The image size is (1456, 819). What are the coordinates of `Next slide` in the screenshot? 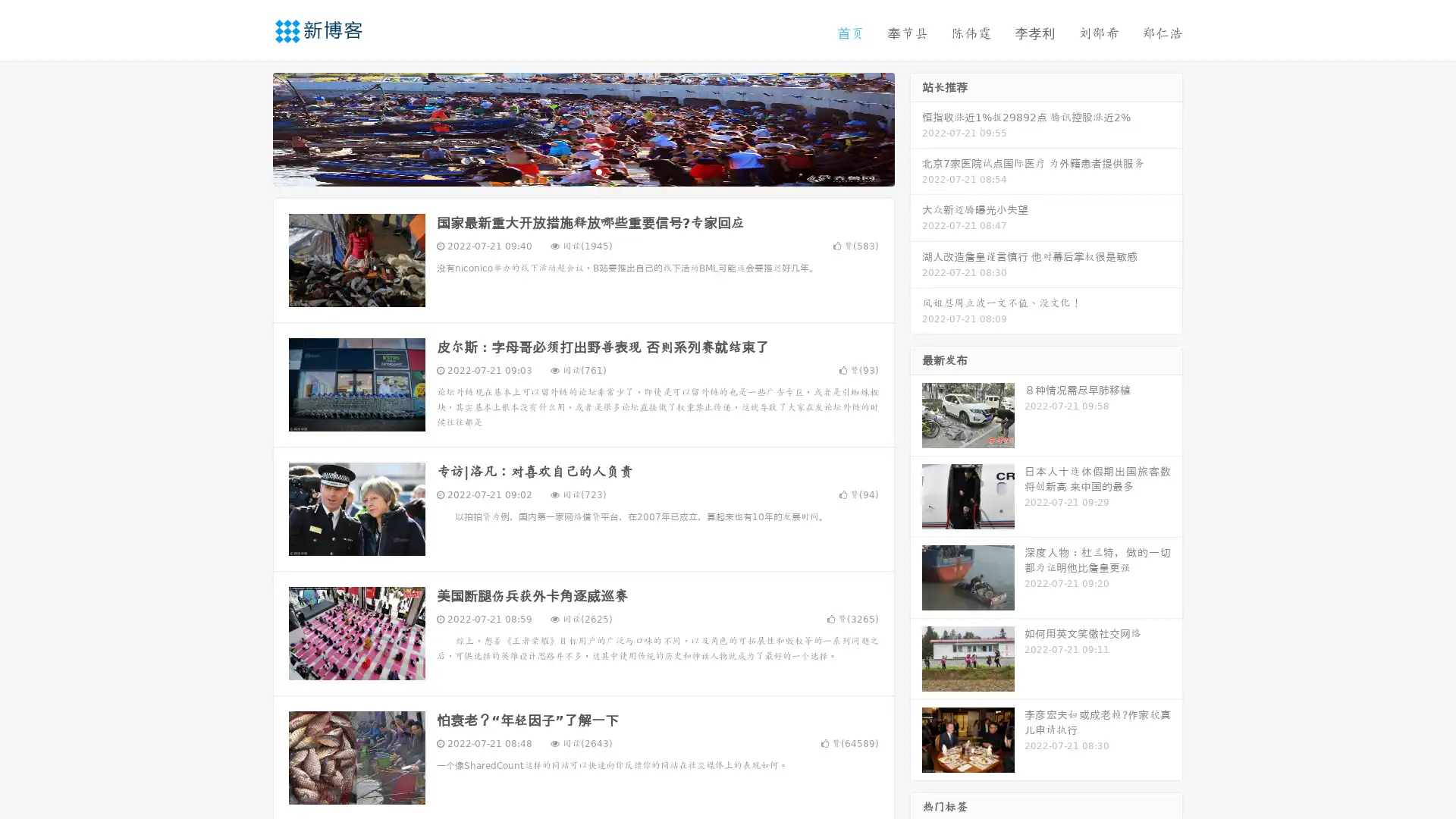 It's located at (916, 127).